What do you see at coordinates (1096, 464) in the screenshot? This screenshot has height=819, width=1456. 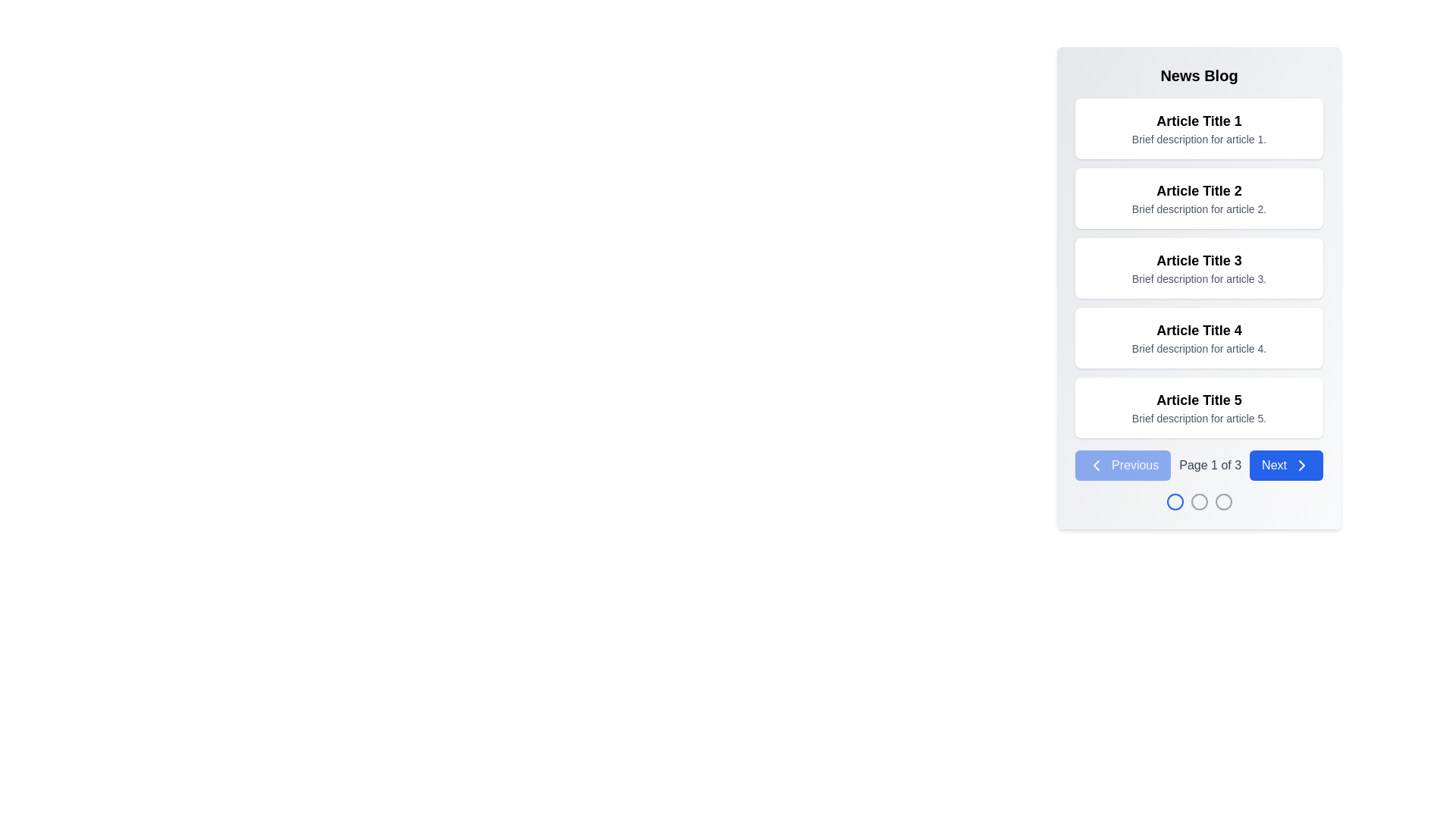 I see `the 'Previous' navigation icon located within the blue rectangular button to the left of the text 'Previous' in the pagination controls` at bounding box center [1096, 464].